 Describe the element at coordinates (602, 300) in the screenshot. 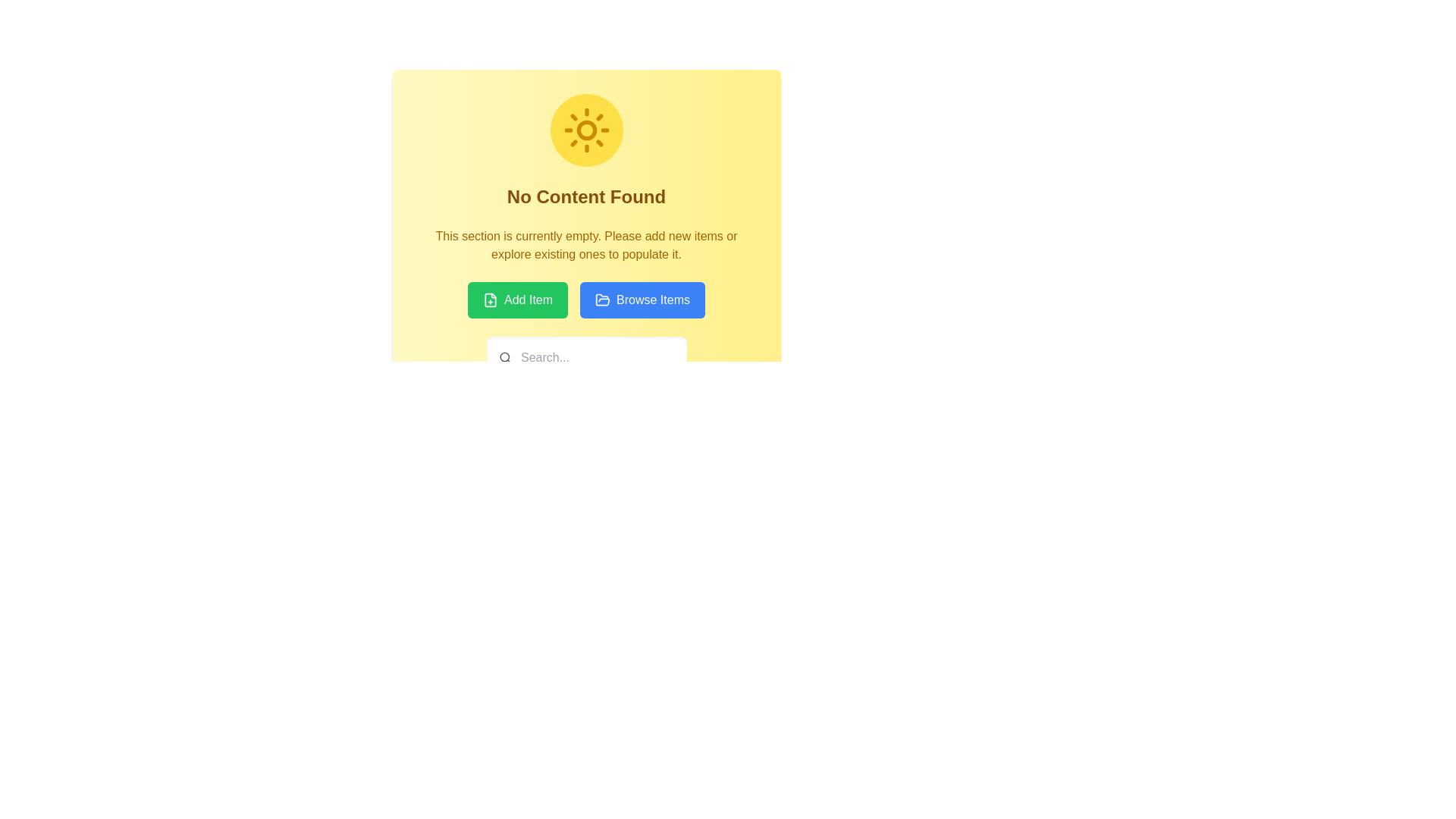

I see `the decorative graphical element of the open folder icon in the SVG image, located near the top-right area of its containing group` at that location.